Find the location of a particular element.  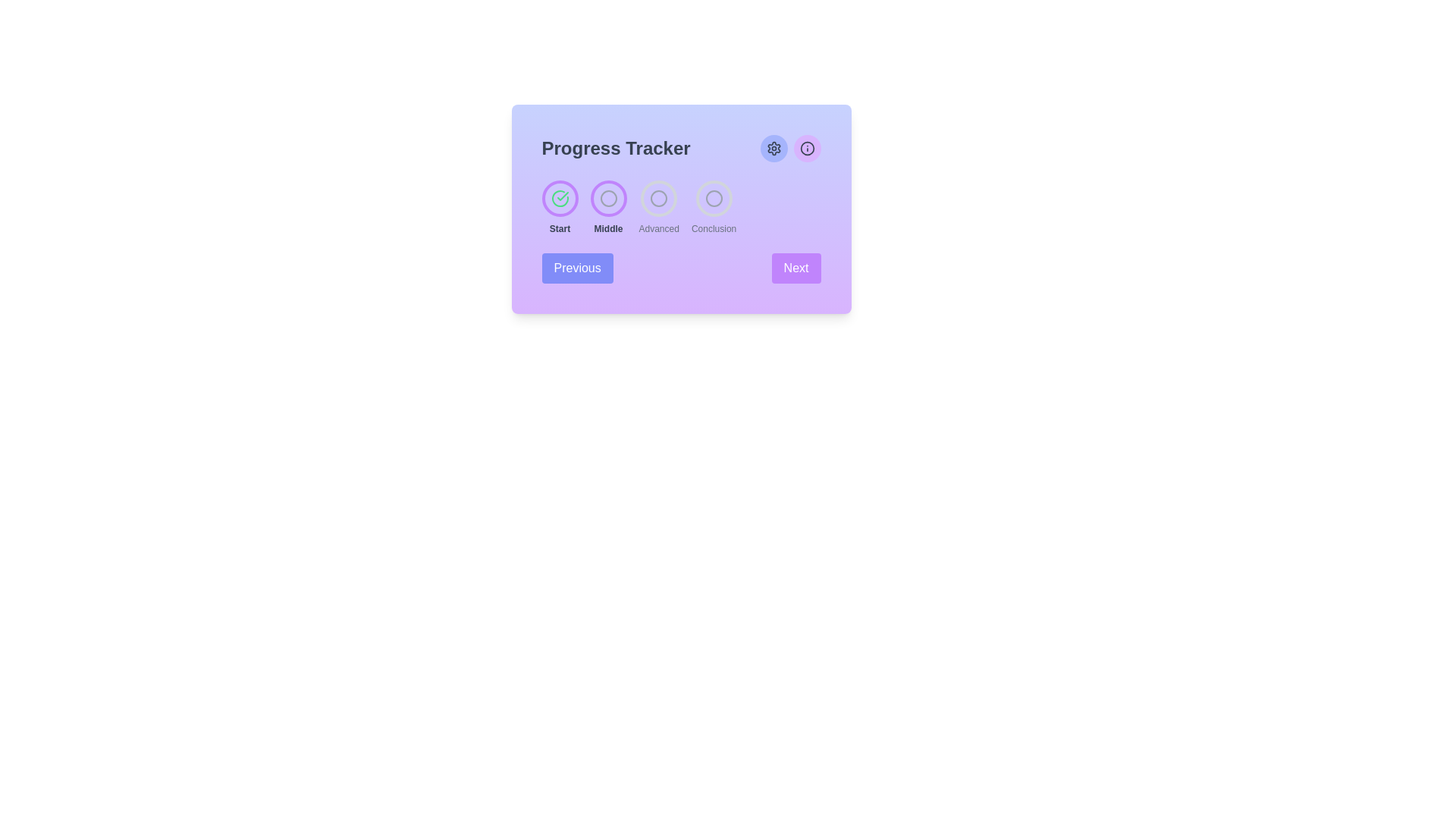

the step indicator labeled 'Conclusion' in the progression tracker, which is the fourth item in the horizontal sequence, located between 'Advanced' and the 'Next' button is located at coordinates (713, 207).